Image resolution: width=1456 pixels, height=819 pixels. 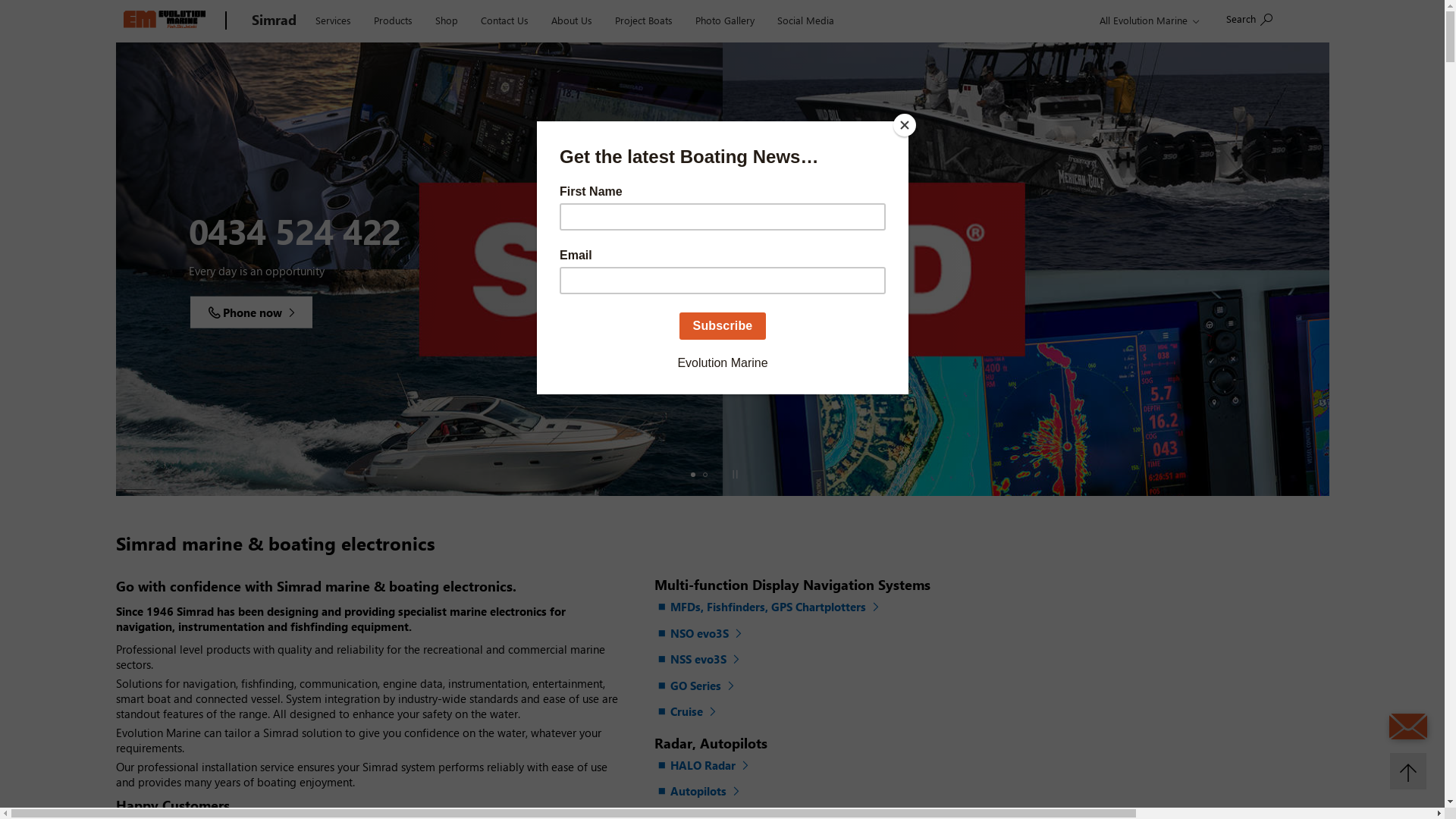 I want to click on 'Advertisement', so click(x=1182, y=674).